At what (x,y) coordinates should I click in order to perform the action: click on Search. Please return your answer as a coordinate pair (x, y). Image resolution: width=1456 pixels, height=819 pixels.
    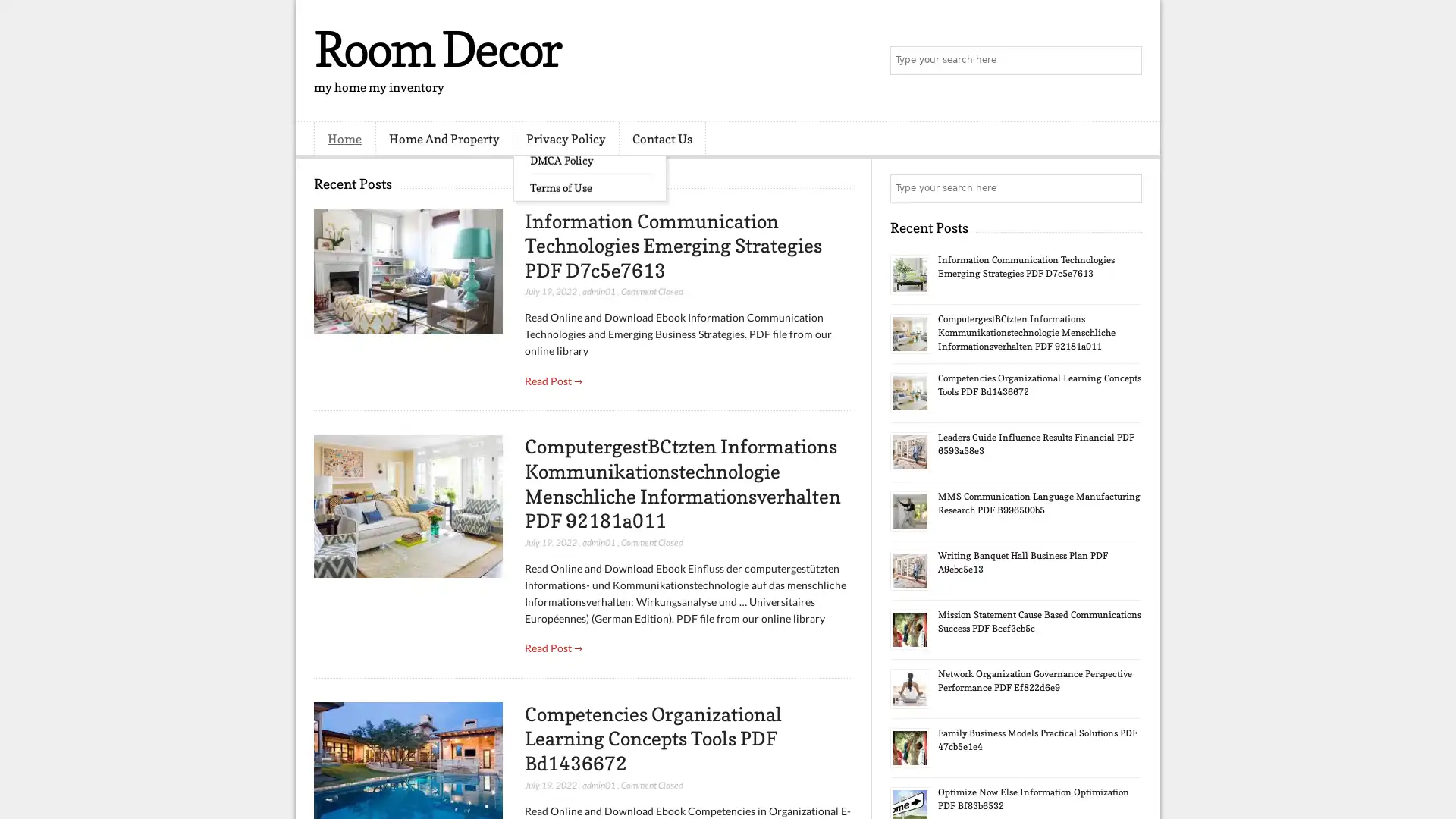
    Looking at the image, I should click on (1126, 61).